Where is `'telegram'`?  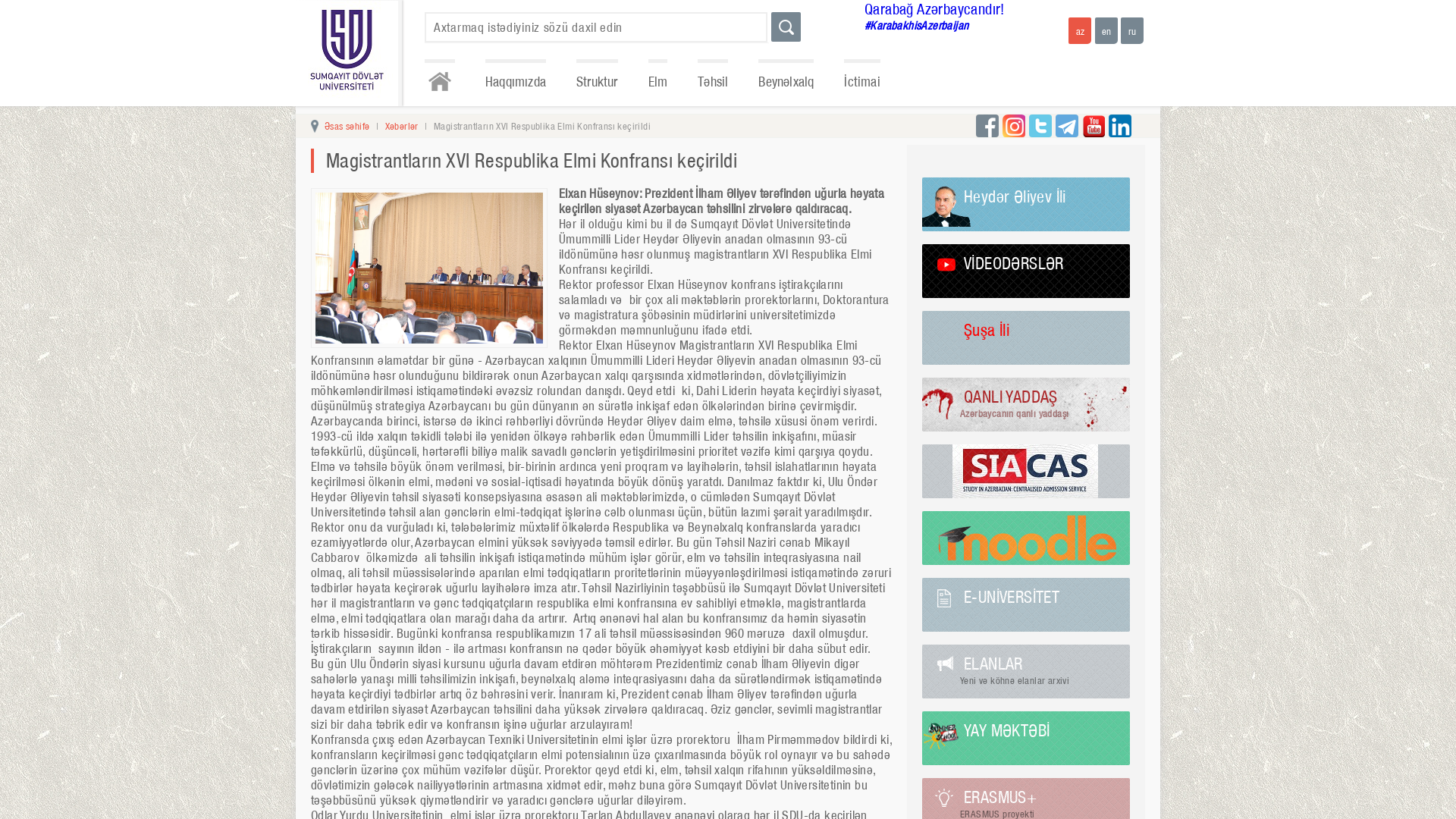 'telegram' is located at coordinates (1065, 124).